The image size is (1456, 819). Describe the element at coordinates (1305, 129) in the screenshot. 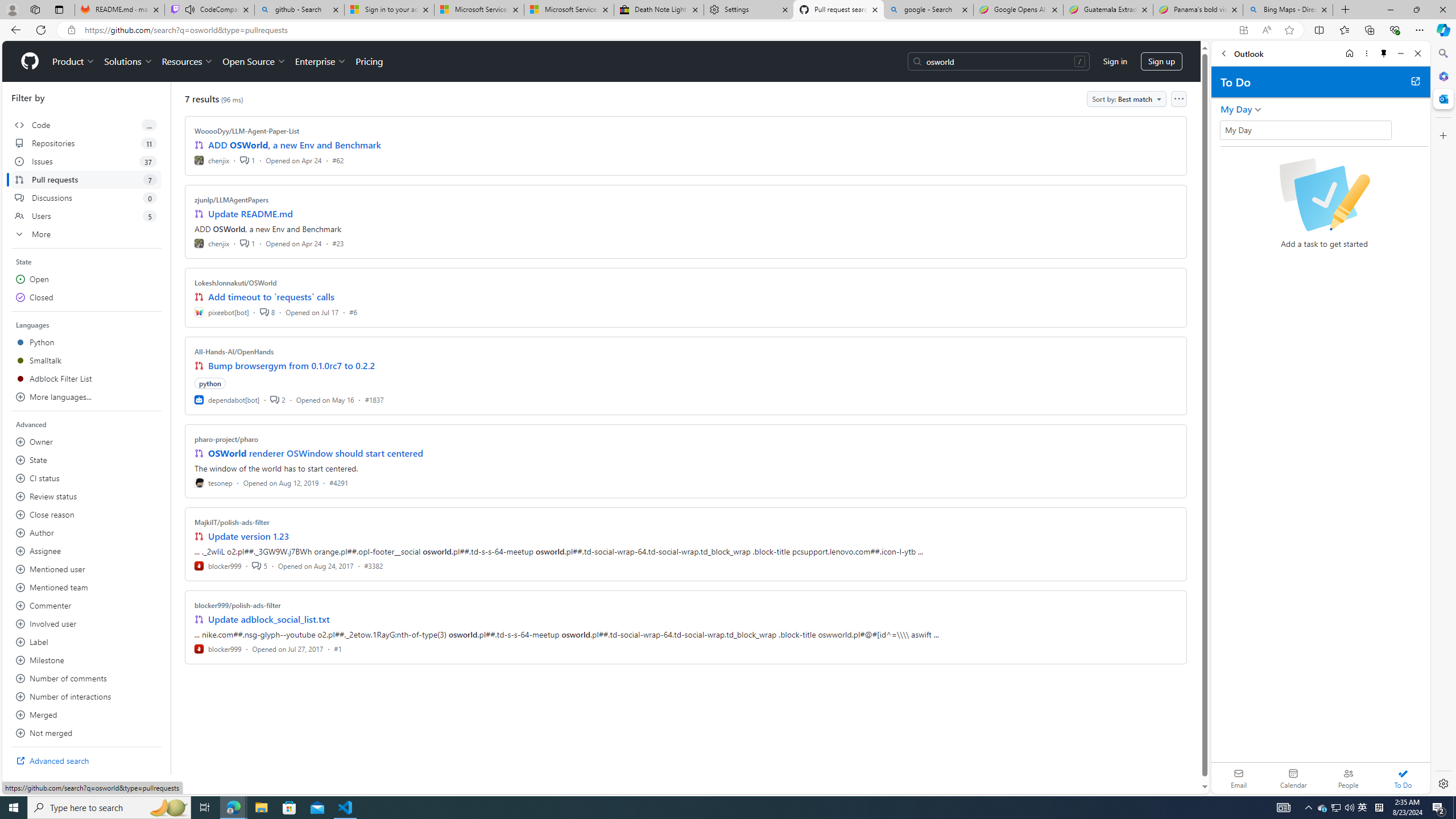

I see `'My Day'` at that location.